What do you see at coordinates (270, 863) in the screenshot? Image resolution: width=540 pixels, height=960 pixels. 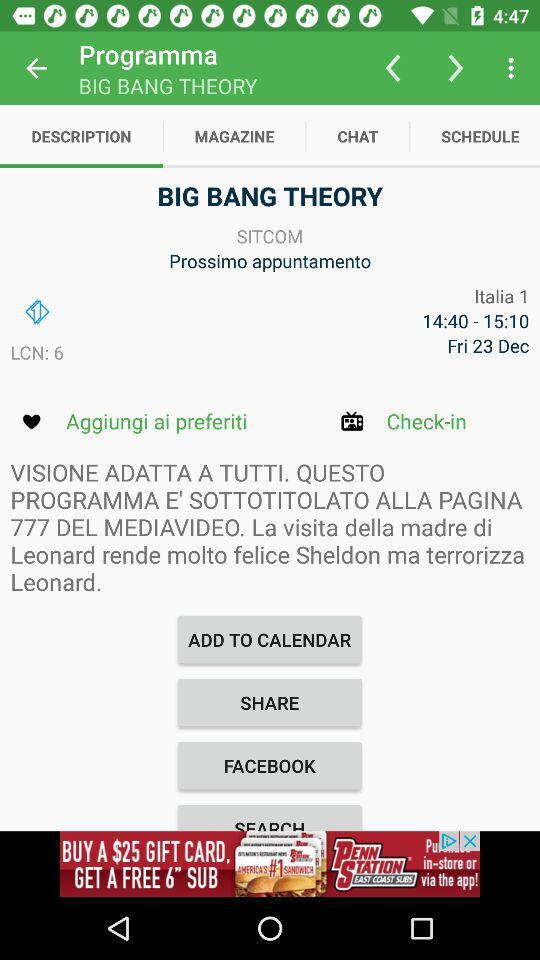 I see `see advertisement` at bounding box center [270, 863].